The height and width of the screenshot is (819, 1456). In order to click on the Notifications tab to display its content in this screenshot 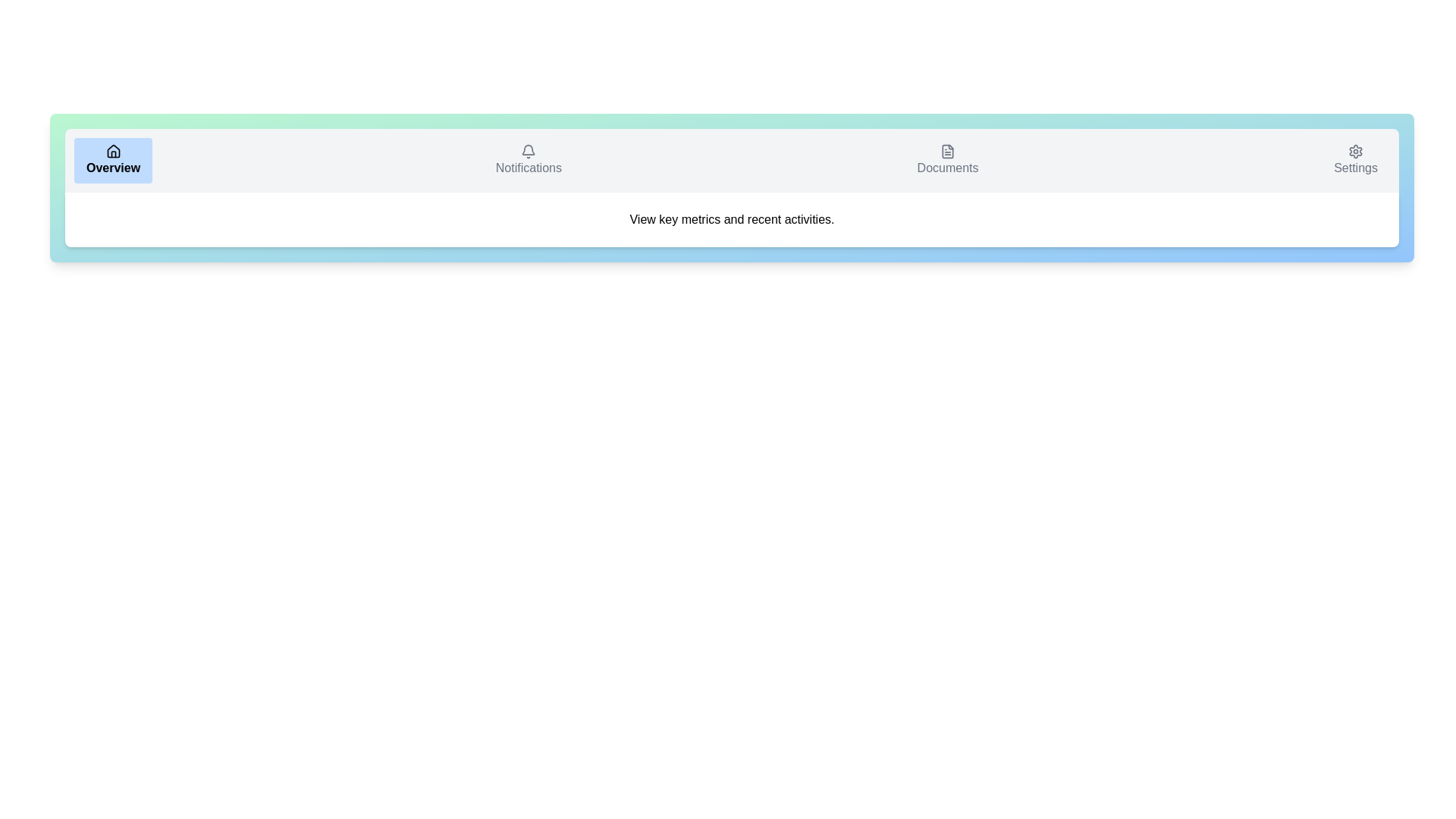, I will do `click(529, 161)`.